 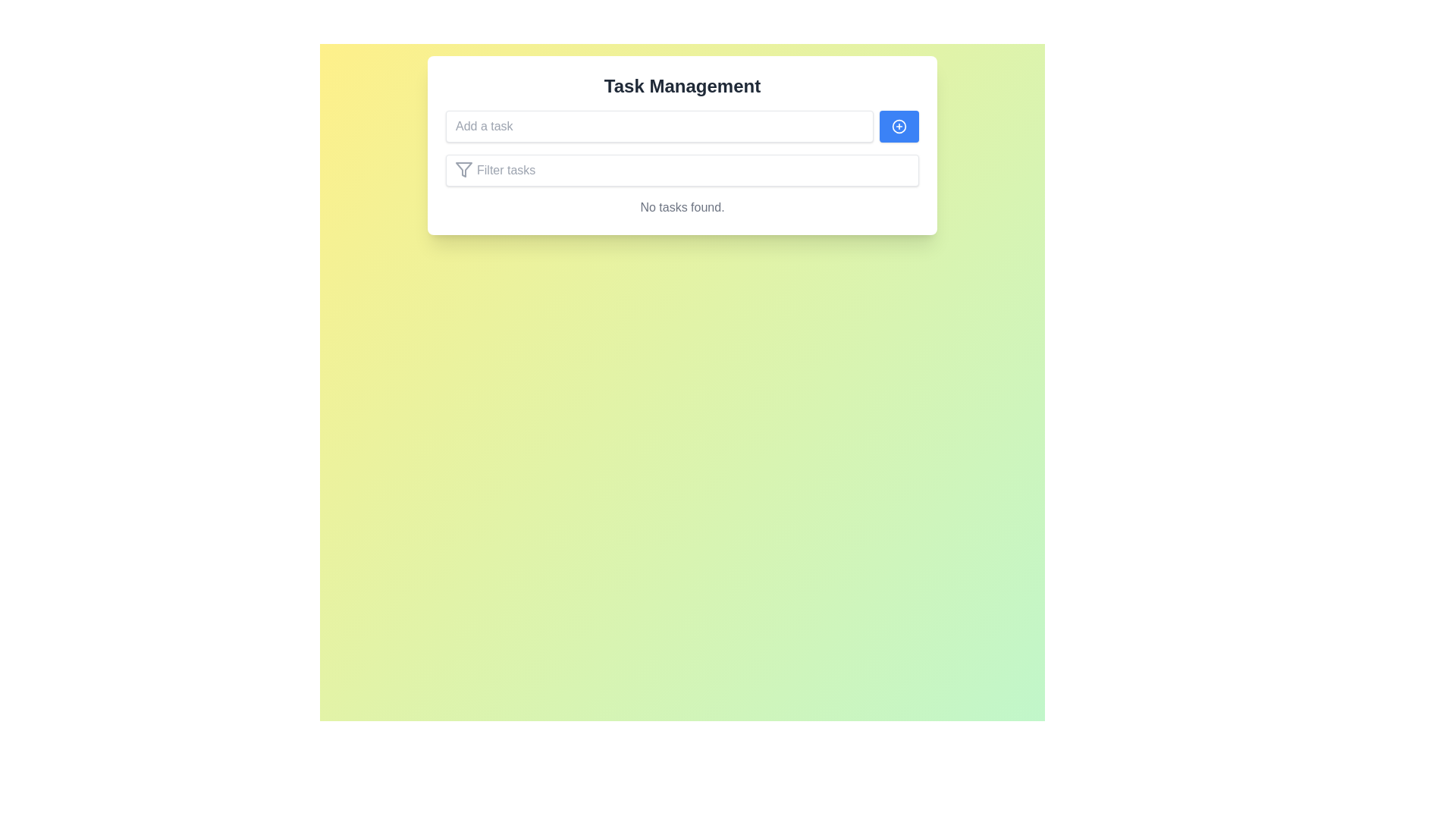 What do you see at coordinates (463, 169) in the screenshot?
I see `the funnel-shaped filter icon with a light gray outline located to the left of the 'Filter tasks' text input field` at bounding box center [463, 169].